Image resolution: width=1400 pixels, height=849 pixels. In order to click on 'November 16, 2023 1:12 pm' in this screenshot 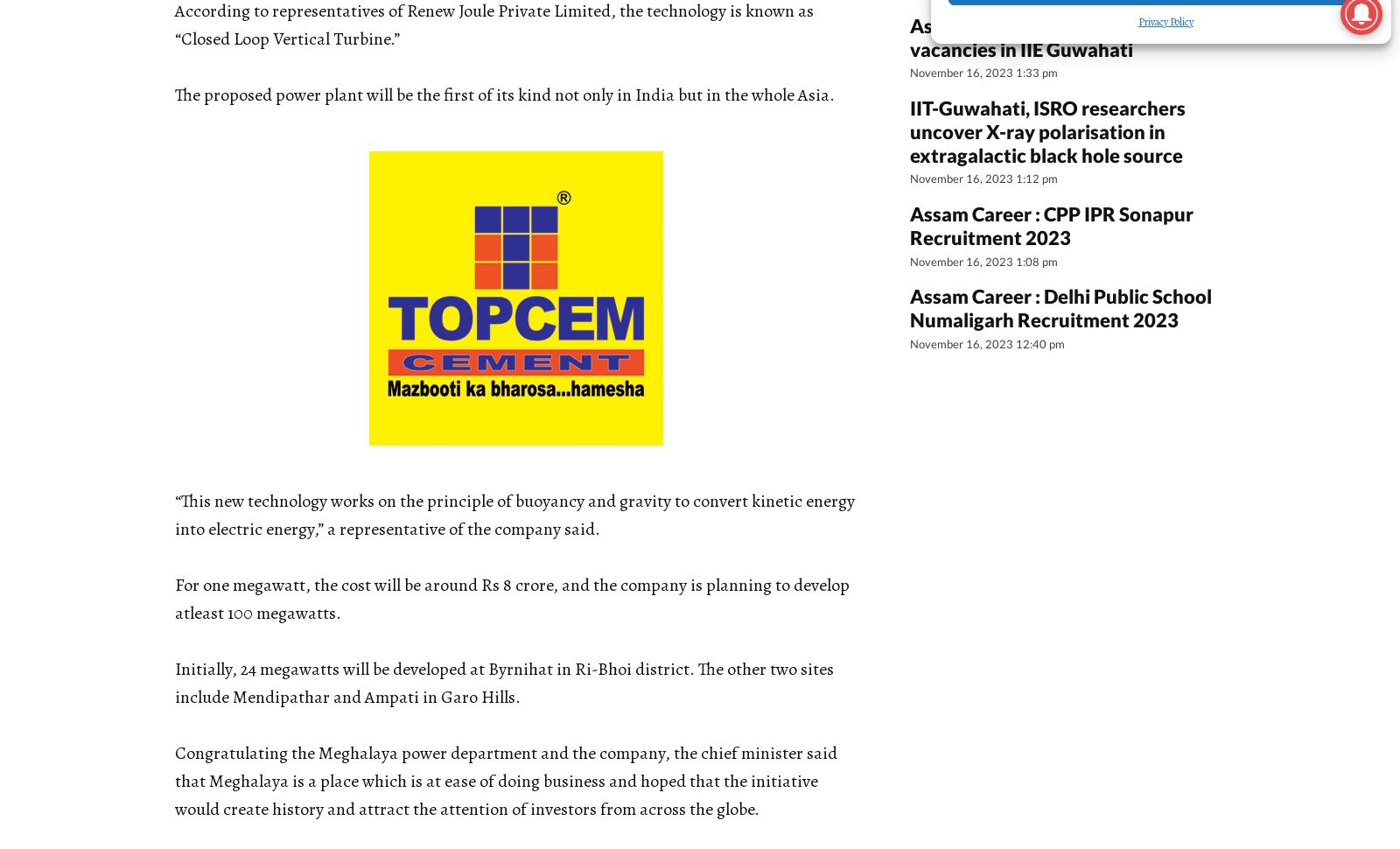, I will do `click(983, 178)`.